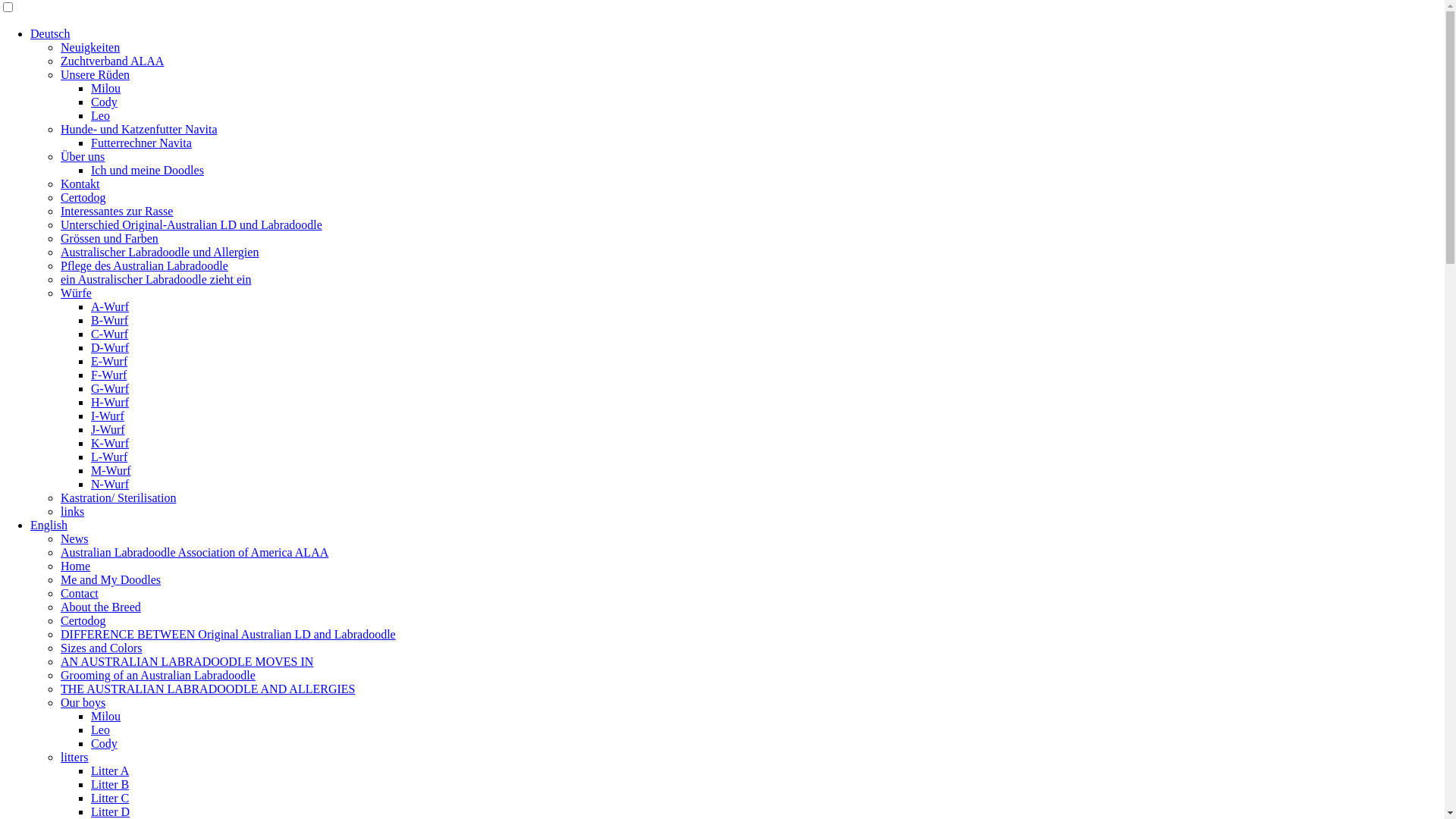 The width and height of the screenshot is (1456, 819). I want to click on 'K-Wurf', so click(90, 443).